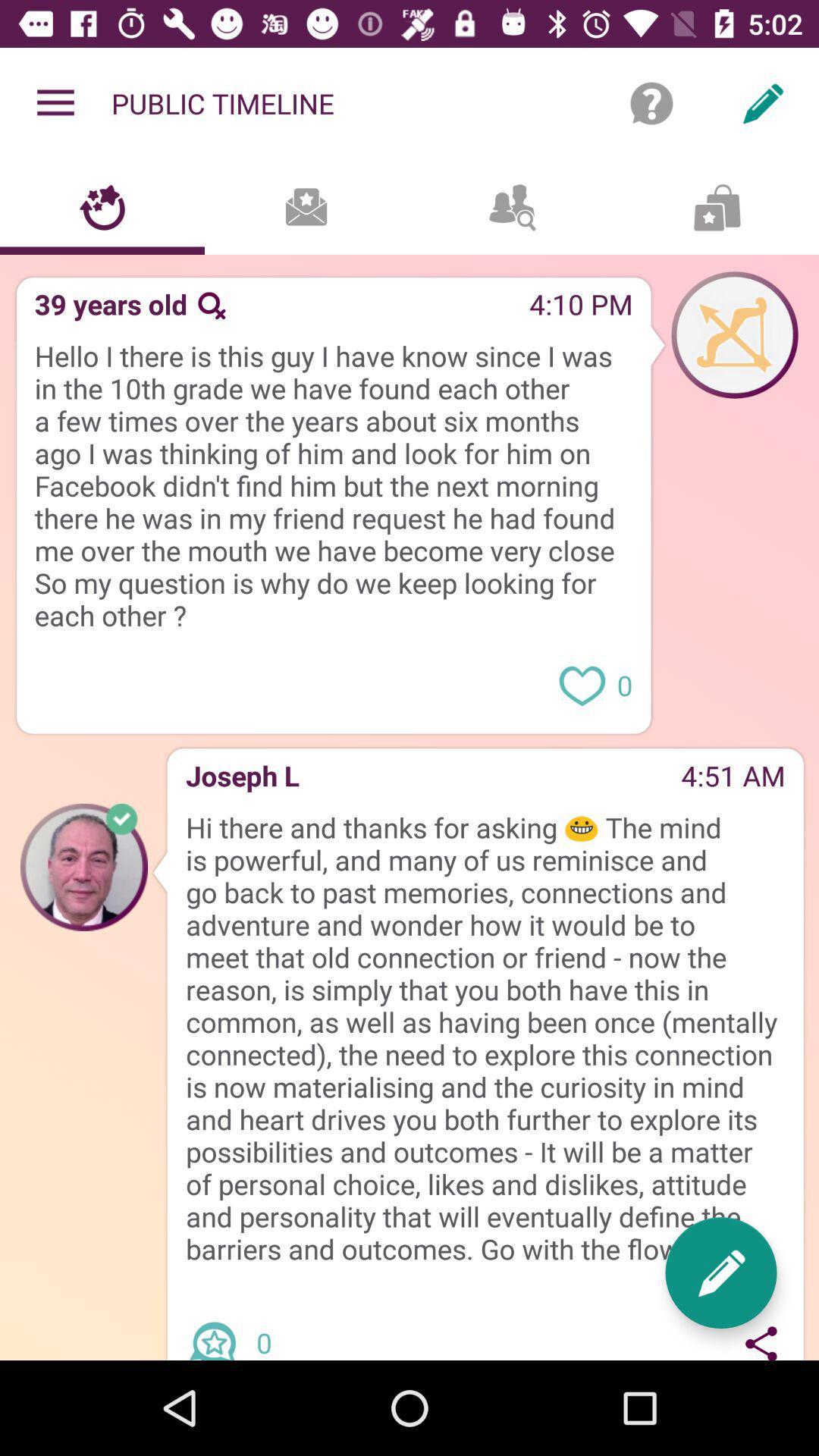 This screenshot has height=1456, width=819. Describe the element at coordinates (720, 1272) in the screenshot. I see `a shortcurt to write a new message` at that location.